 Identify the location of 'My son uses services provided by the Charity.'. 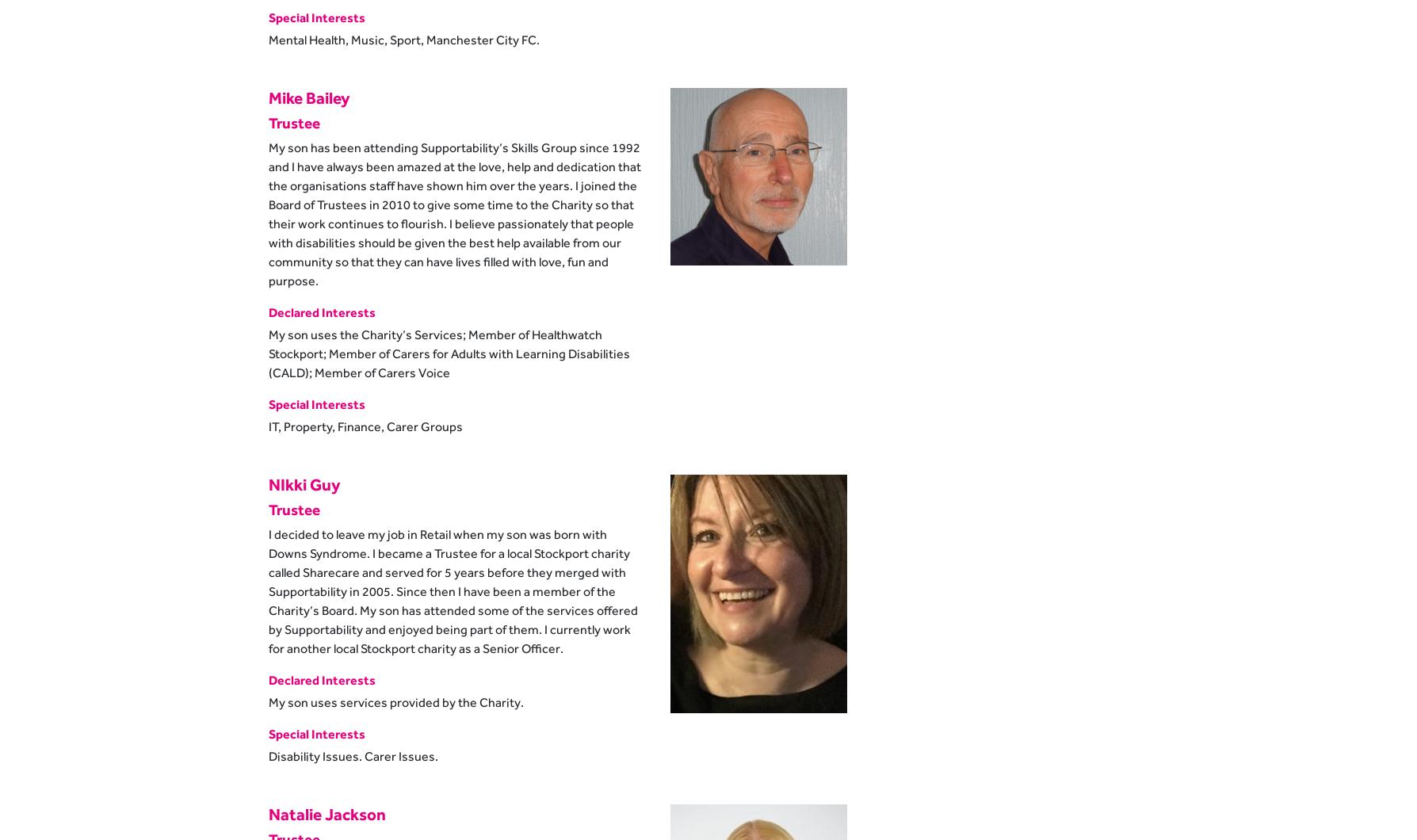
(395, 701).